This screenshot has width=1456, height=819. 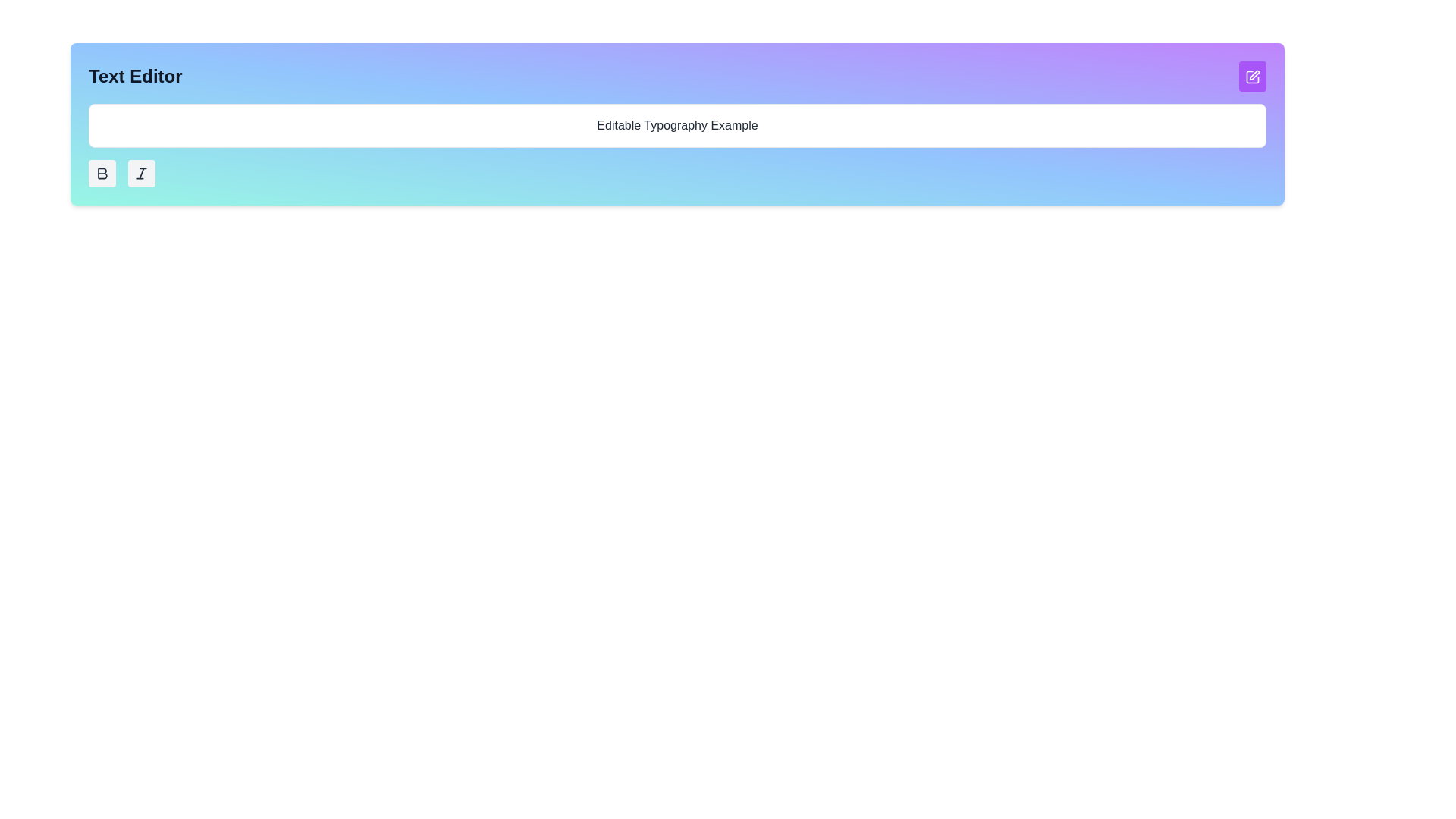 I want to click on the interactive button in the top-right corner of the 'Text Editor' header section, so click(x=1252, y=76).